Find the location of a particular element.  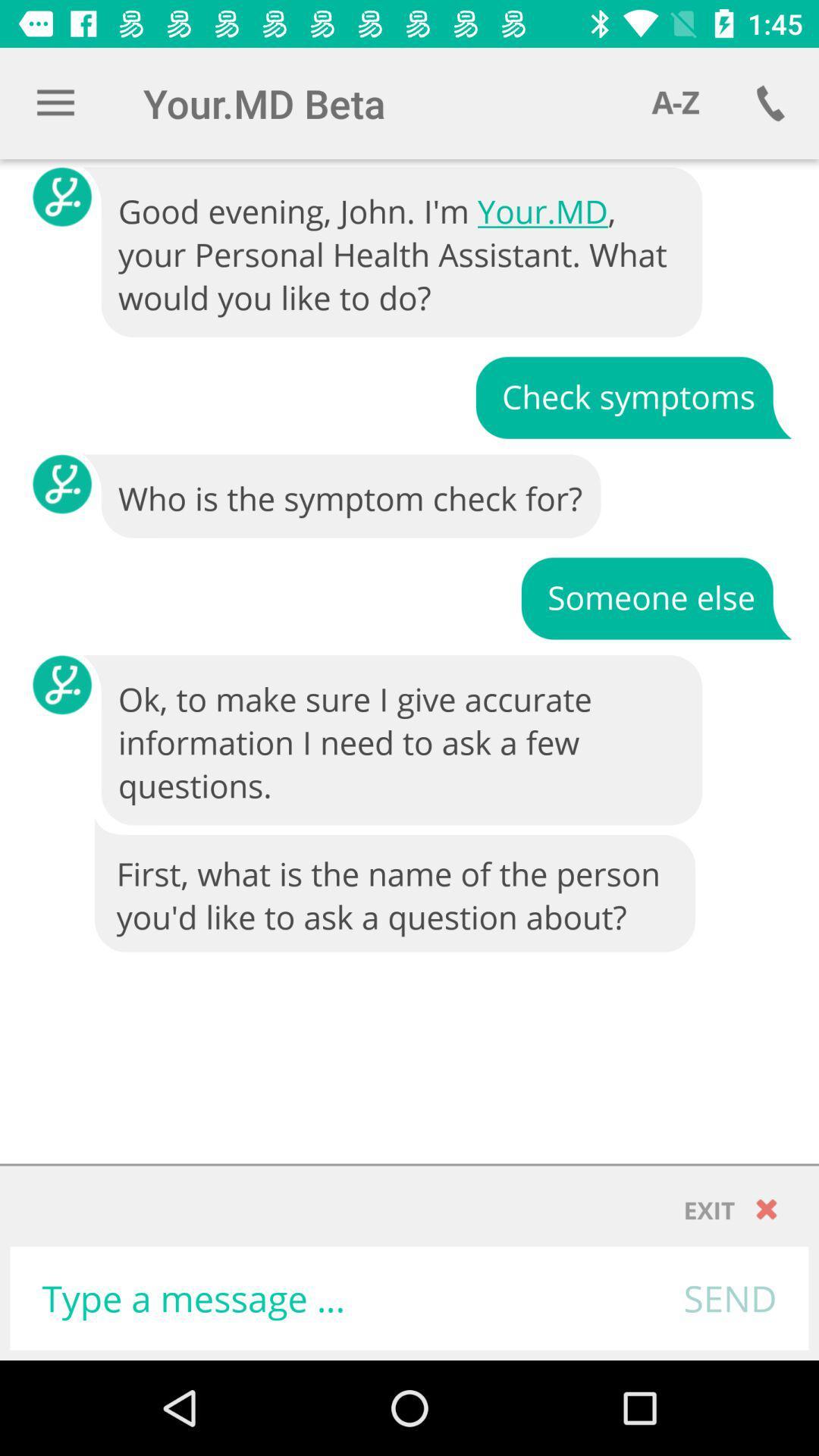

check symptoms item is located at coordinates (633, 397).